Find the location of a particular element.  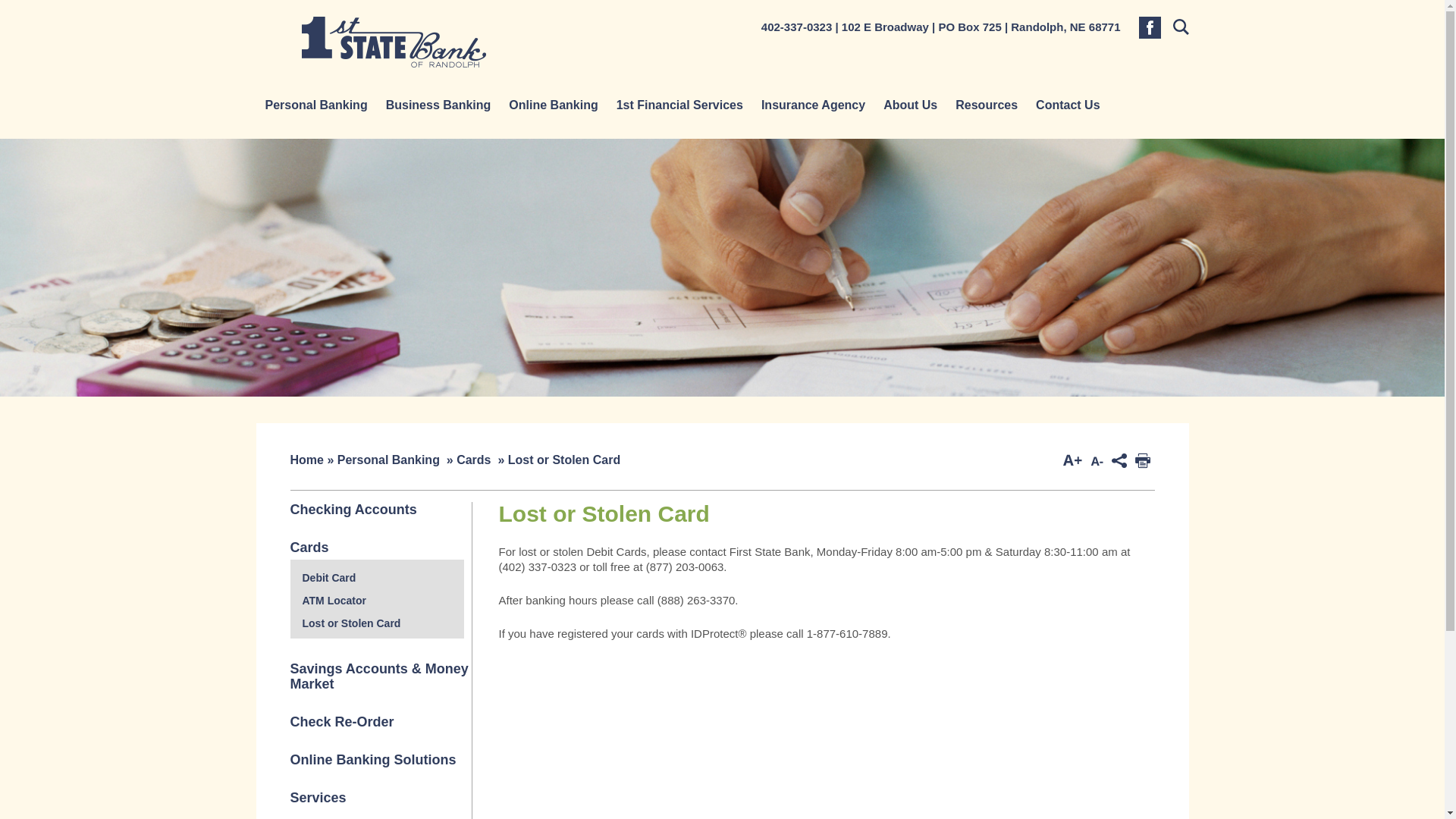

'Online Banking' is located at coordinates (552, 104).